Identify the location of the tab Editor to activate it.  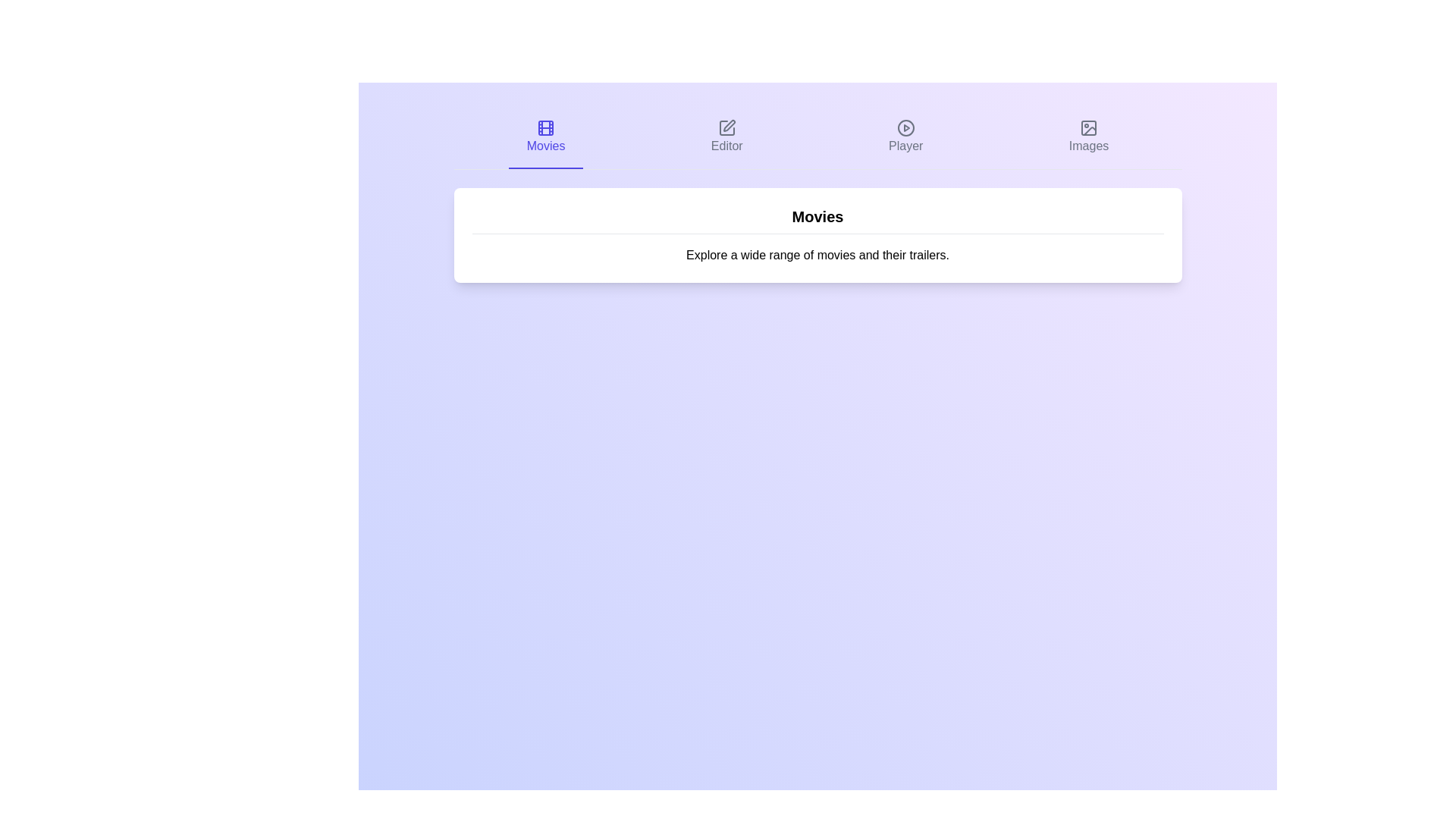
(726, 137).